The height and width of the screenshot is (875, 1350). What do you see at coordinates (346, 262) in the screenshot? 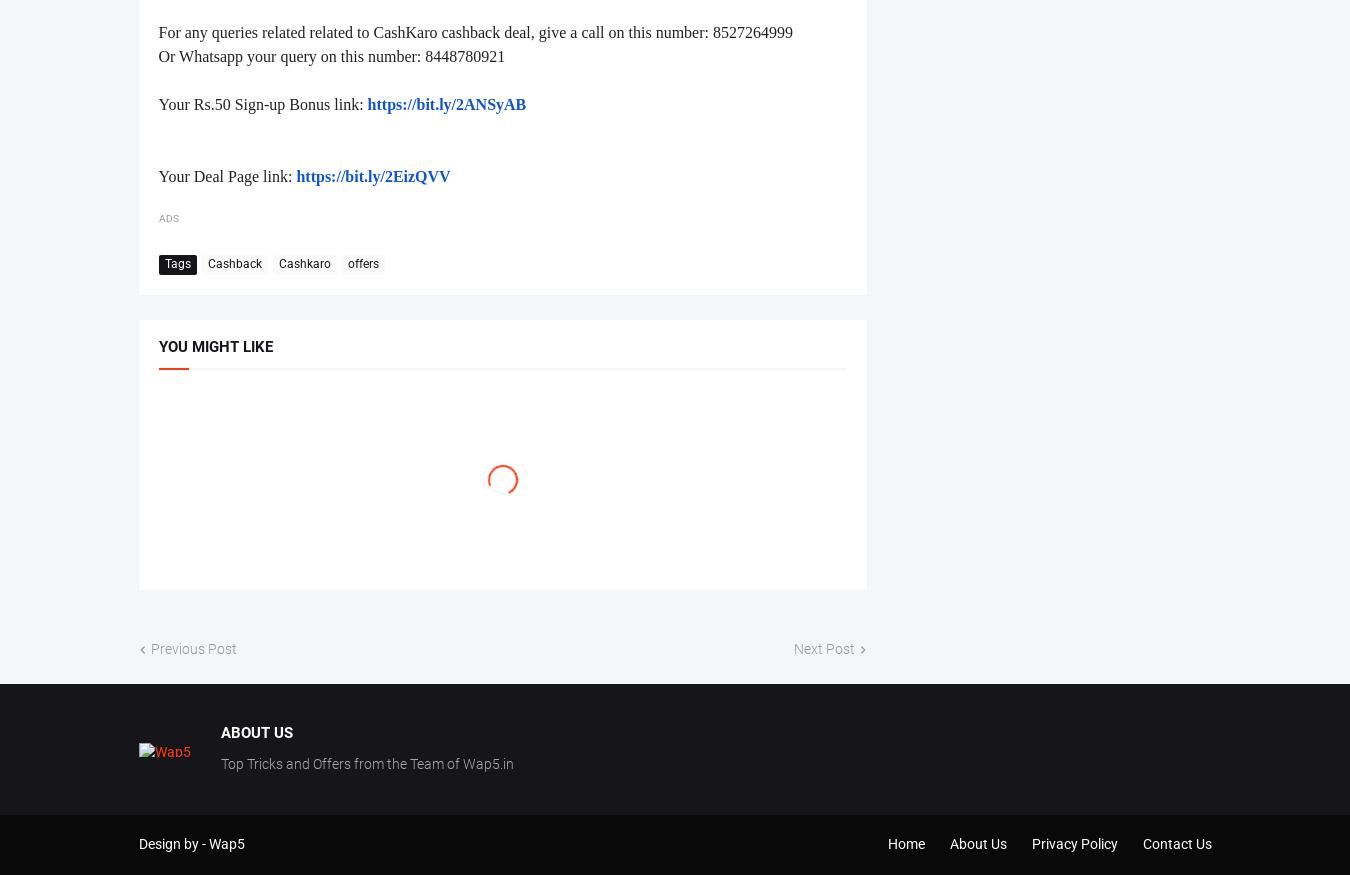
I see `'offers'` at bounding box center [346, 262].